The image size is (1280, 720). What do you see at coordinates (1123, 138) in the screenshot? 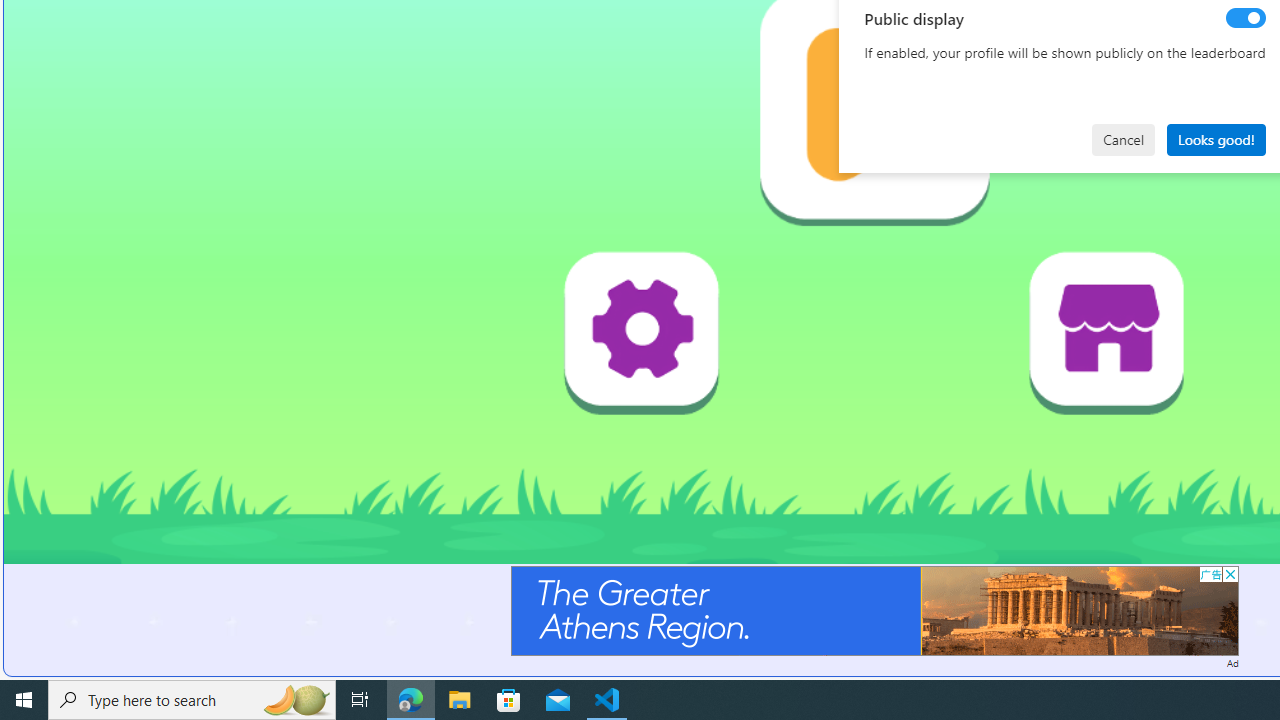
I see `'Cancel'` at bounding box center [1123, 138].